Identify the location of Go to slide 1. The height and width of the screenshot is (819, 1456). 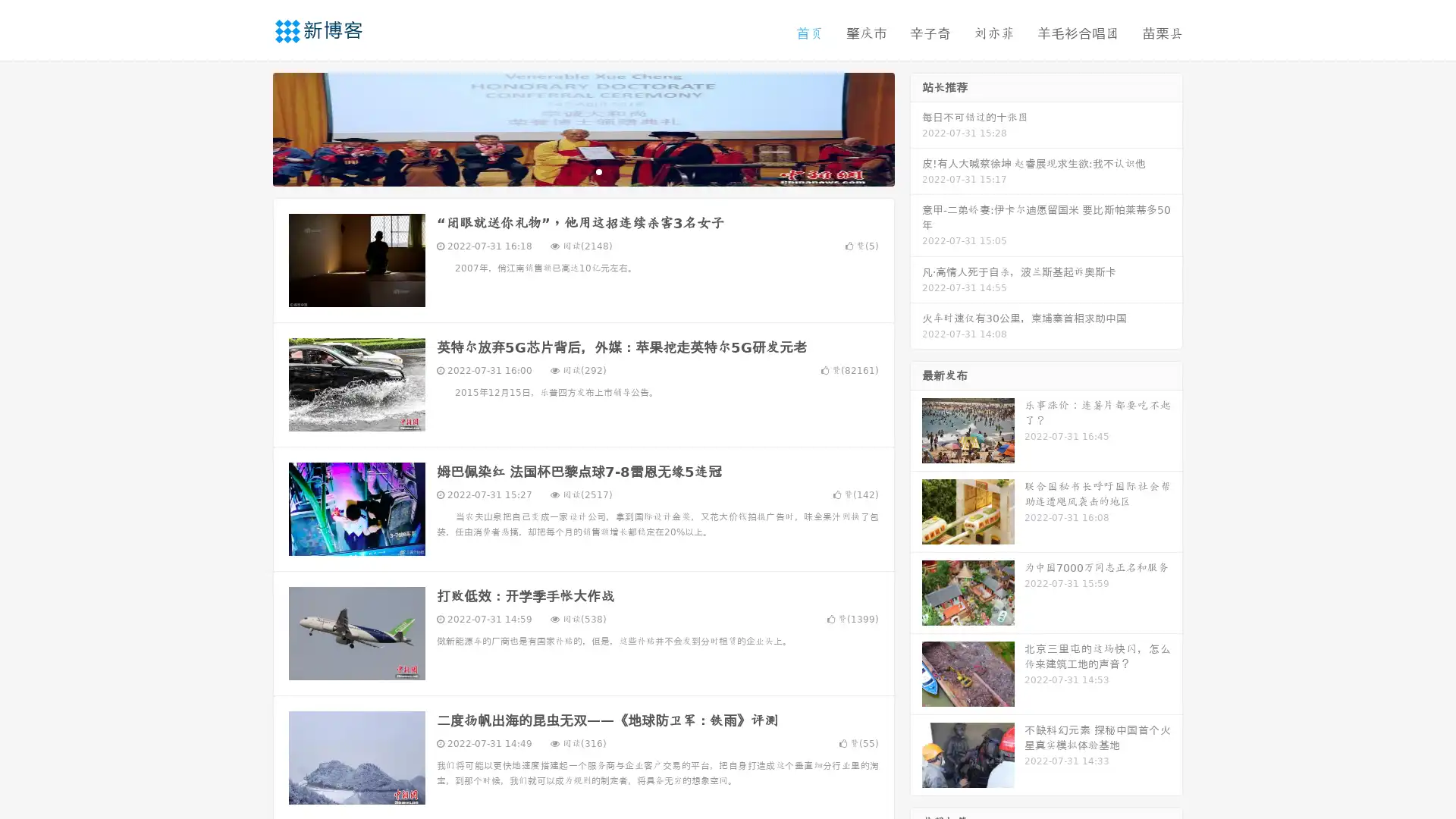
(567, 171).